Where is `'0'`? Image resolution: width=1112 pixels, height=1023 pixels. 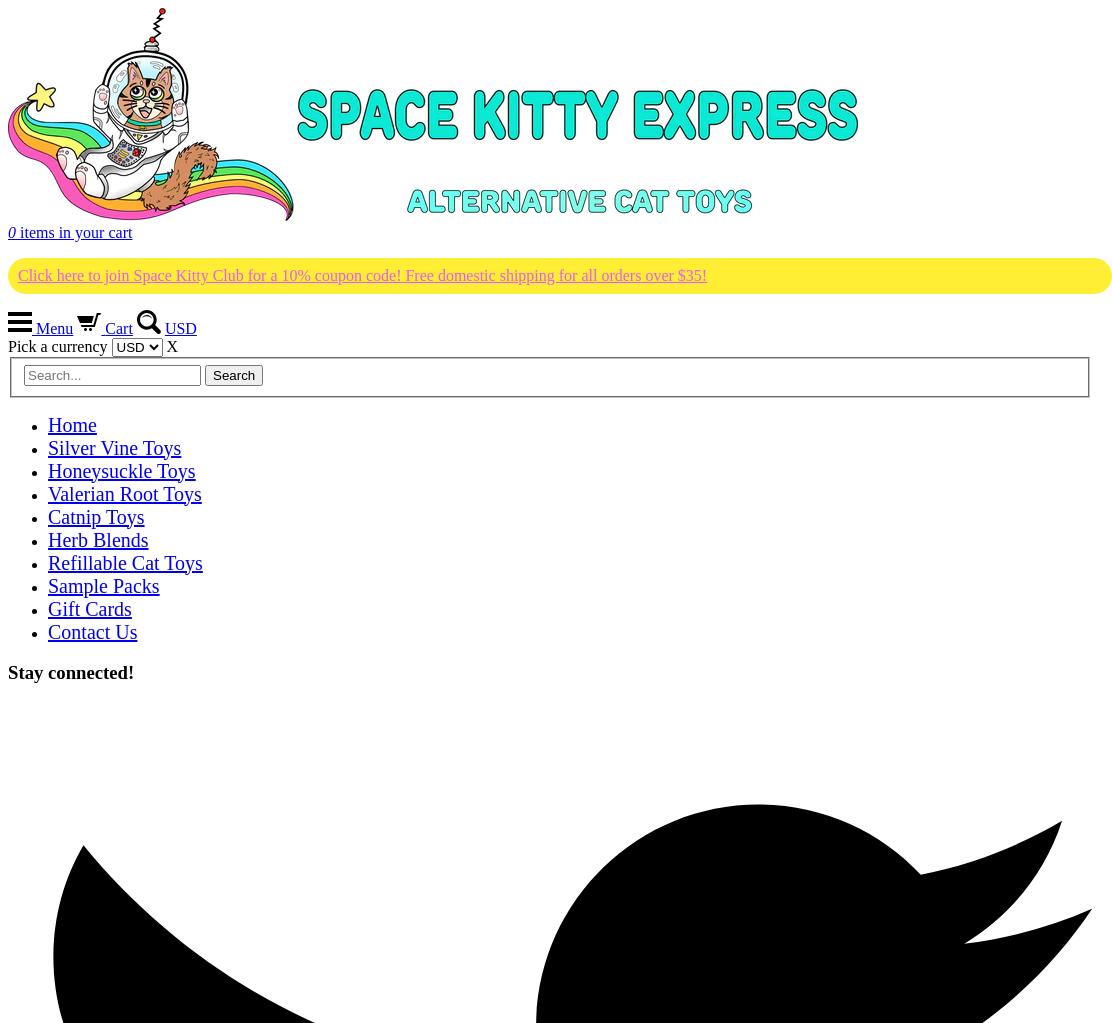
'0' is located at coordinates (8, 231).